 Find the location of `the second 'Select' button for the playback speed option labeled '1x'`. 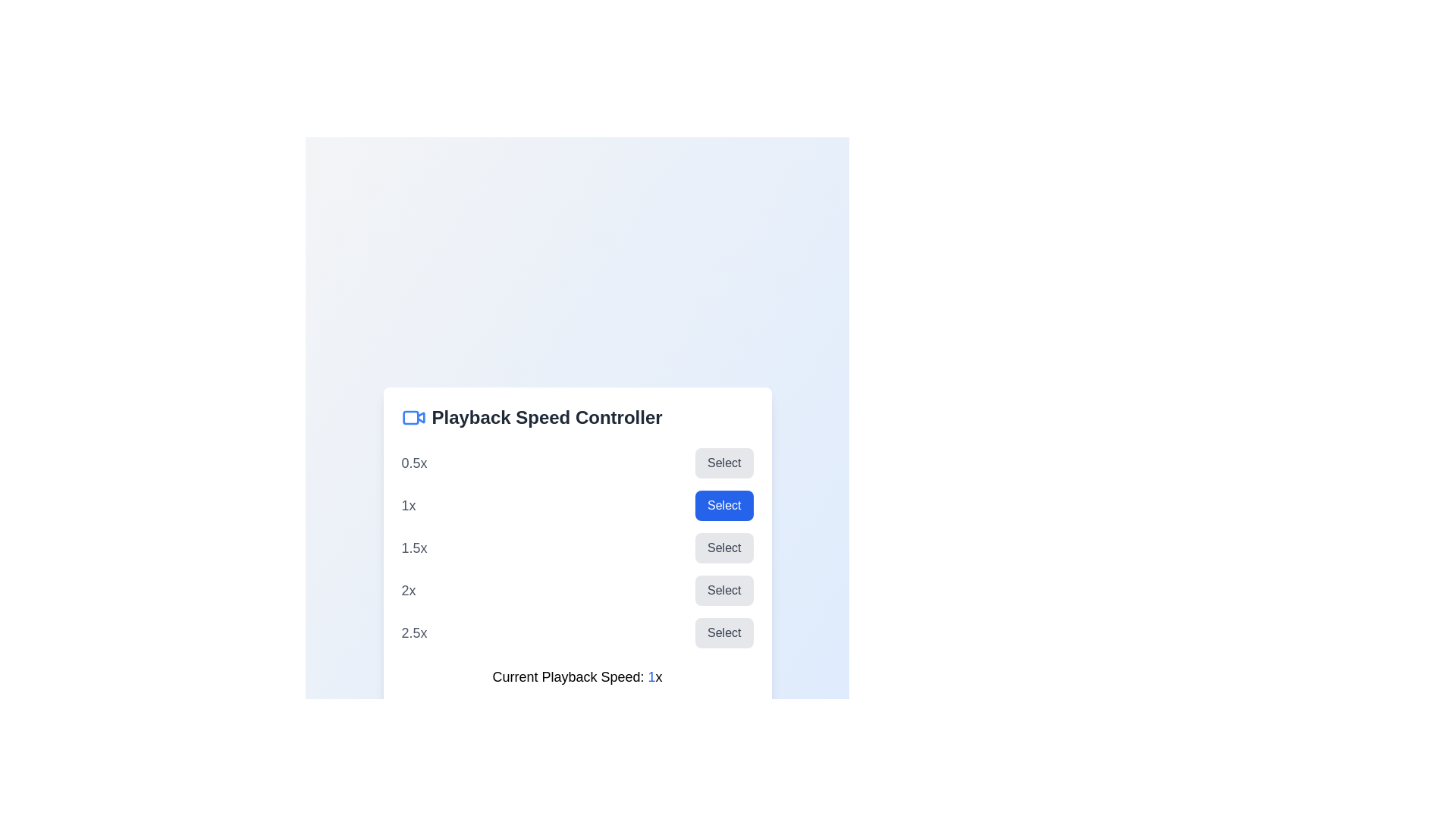

the second 'Select' button for the playback speed option labeled '1x' is located at coordinates (723, 506).